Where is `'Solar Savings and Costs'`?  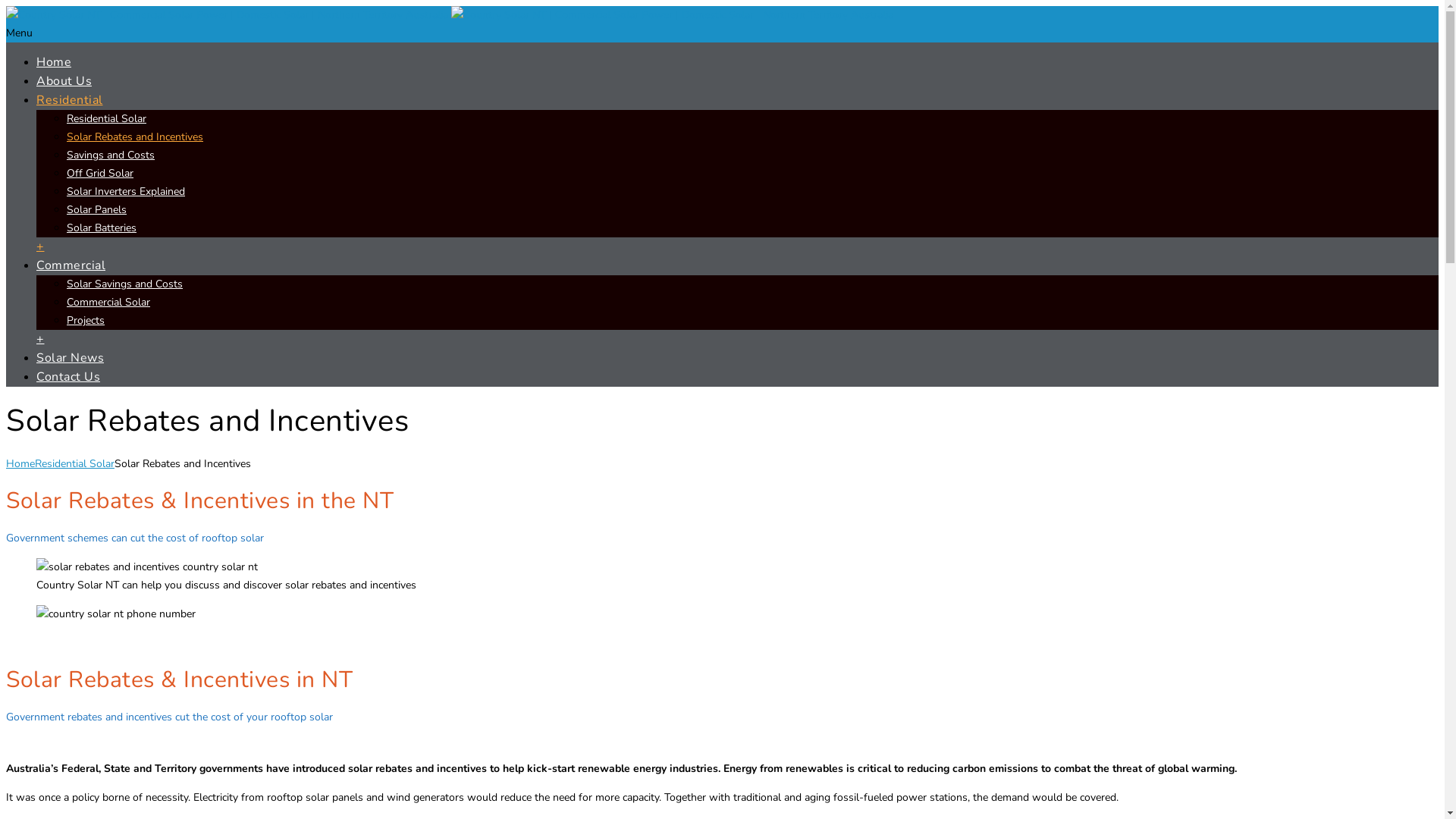 'Solar Savings and Costs' is located at coordinates (124, 284).